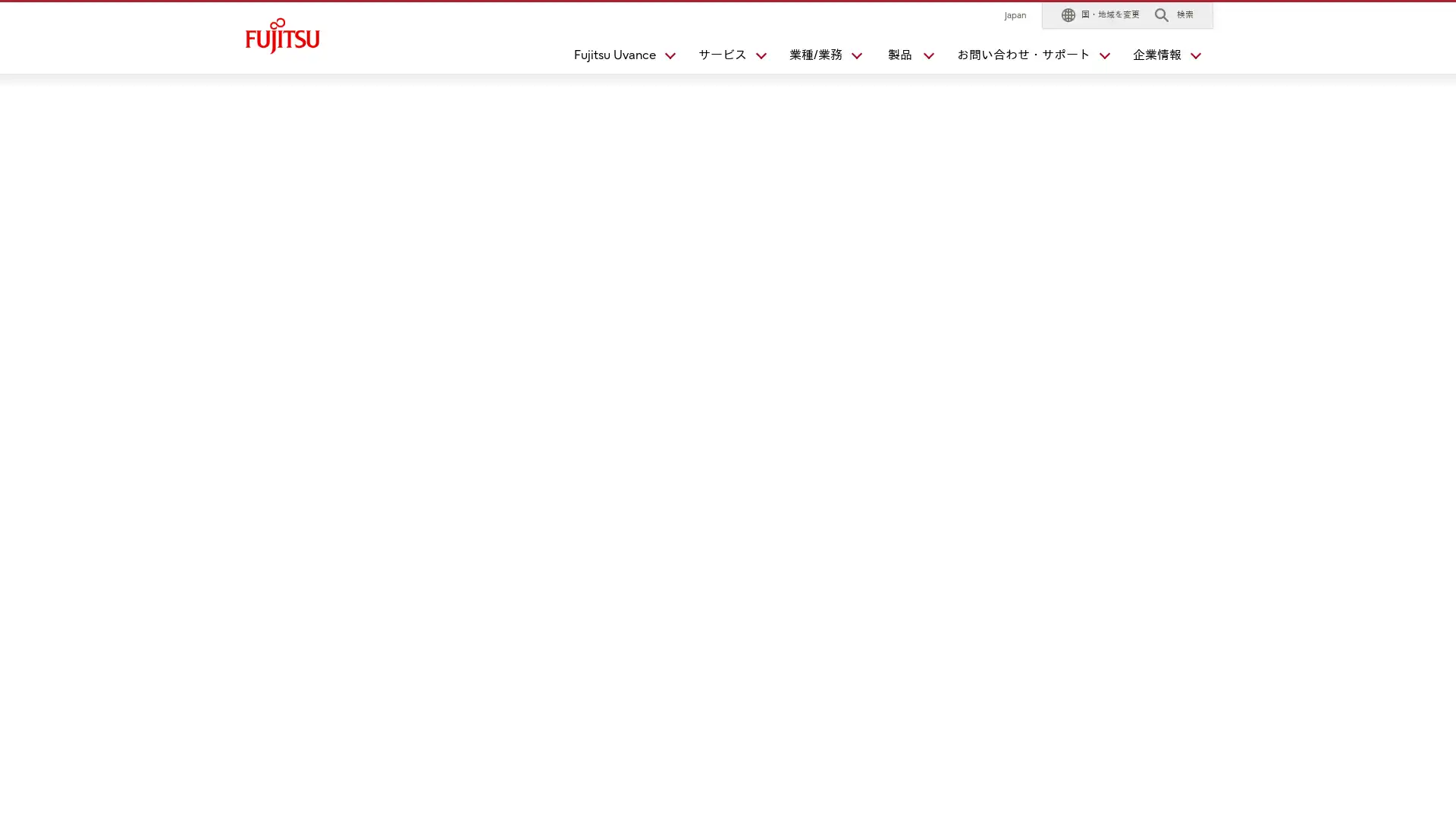 The height and width of the screenshot is (819, 1456). What do you see at coordinates (618, 58) in the screenshot?
I see `Fujitsu Uvance` at bounding box center [618, 58].